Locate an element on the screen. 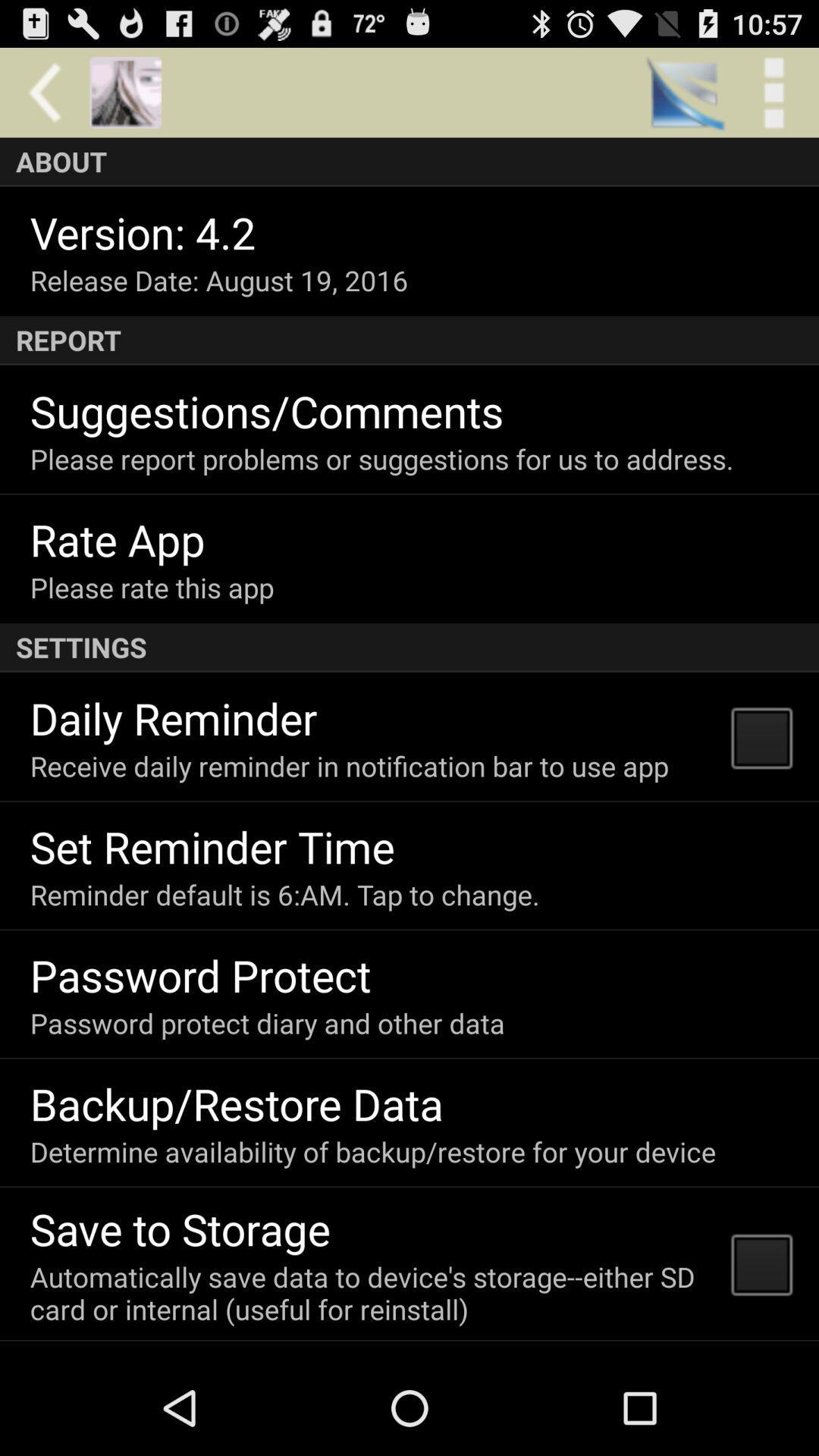 This screenshot has height=1456, width=819. app below save to storage is located at coordinates (371, 1292).